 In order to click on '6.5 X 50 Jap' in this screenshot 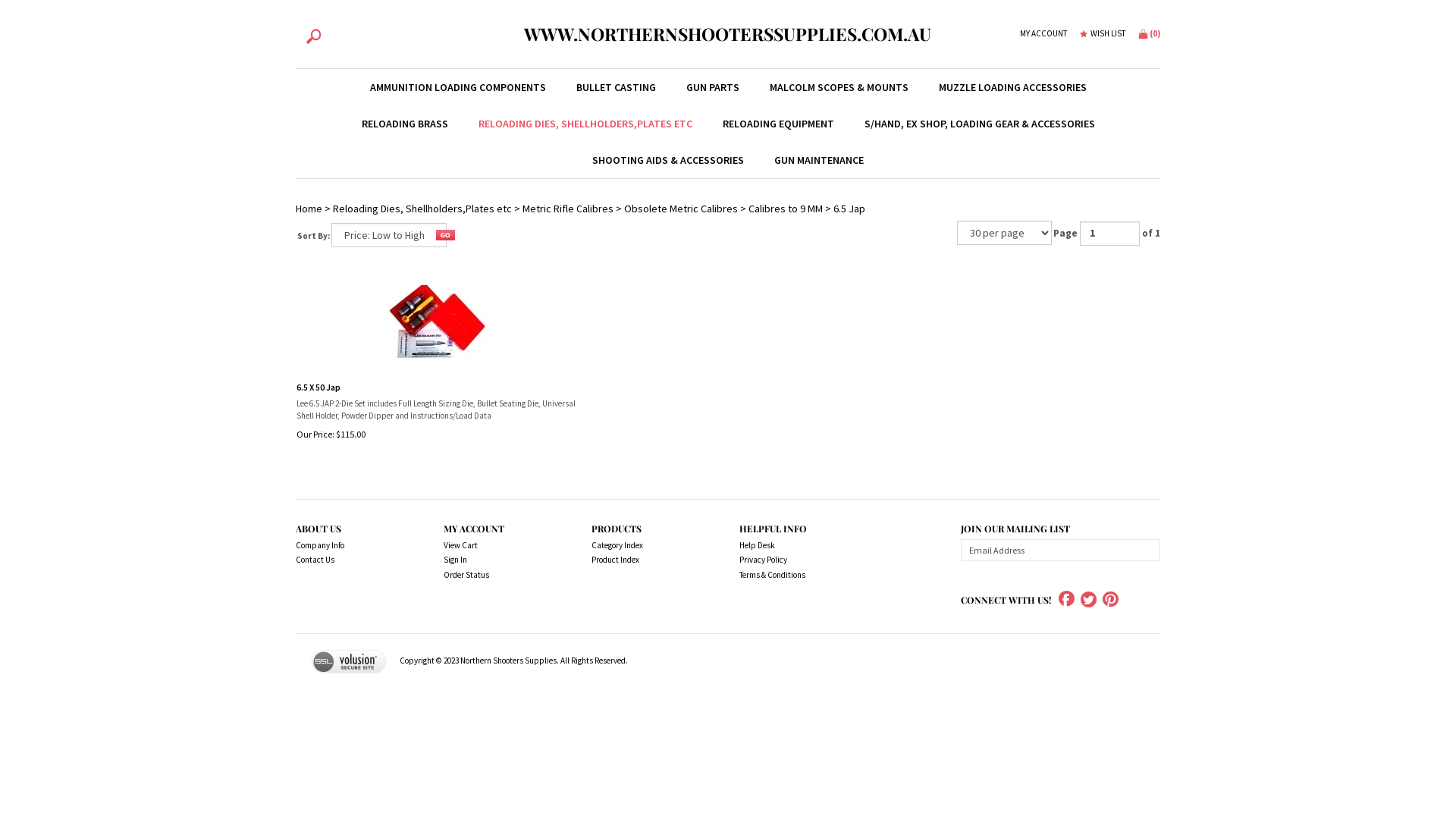, I will do `click(436, 386)`.